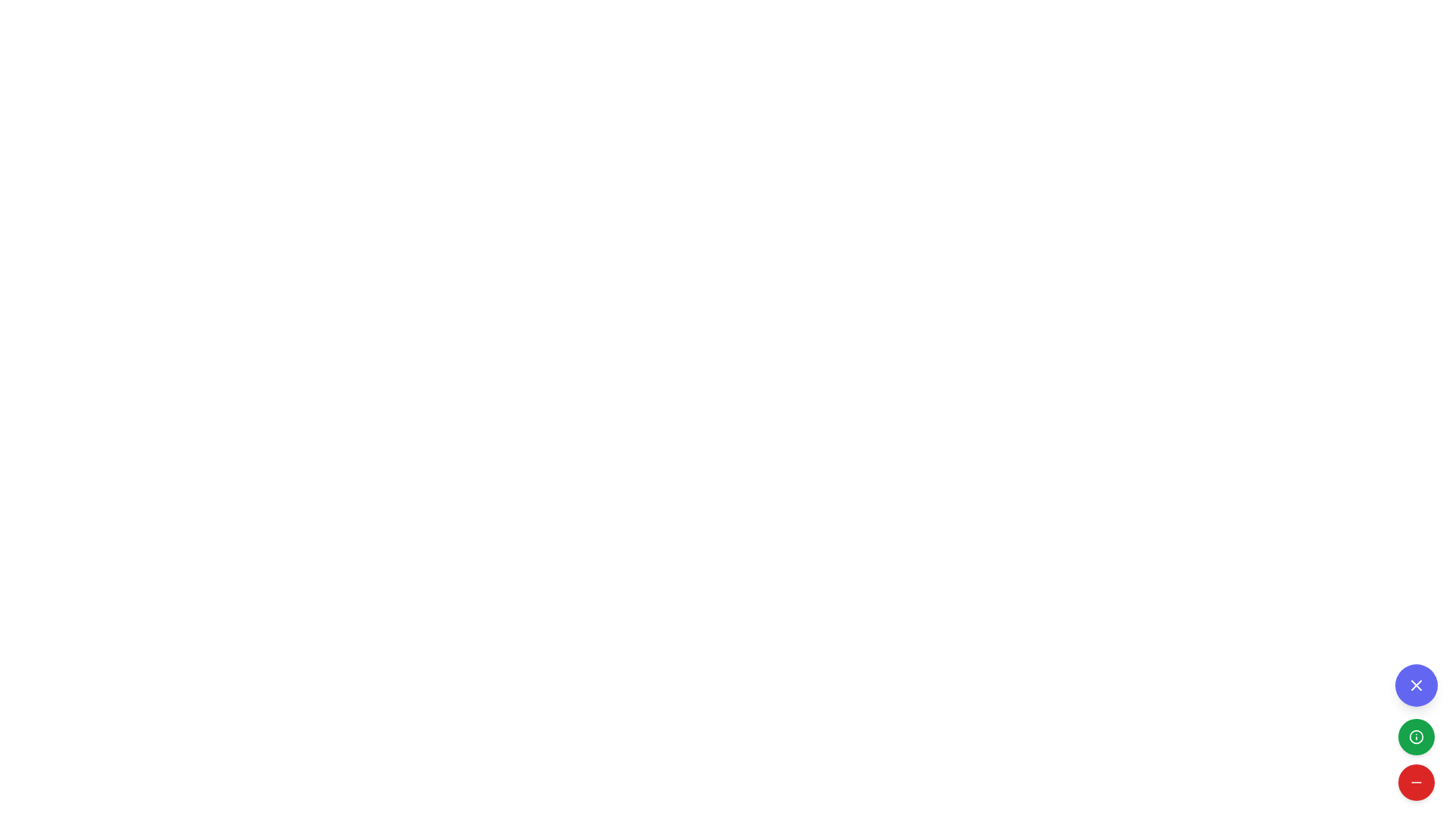 This screenshot has width=1456, height=819. Describe the element at coordinates (1415, 685) in the screenshot. I see `the close or delete icon located within the circular blue button at the top of the vertical stack of buttons` at that location.